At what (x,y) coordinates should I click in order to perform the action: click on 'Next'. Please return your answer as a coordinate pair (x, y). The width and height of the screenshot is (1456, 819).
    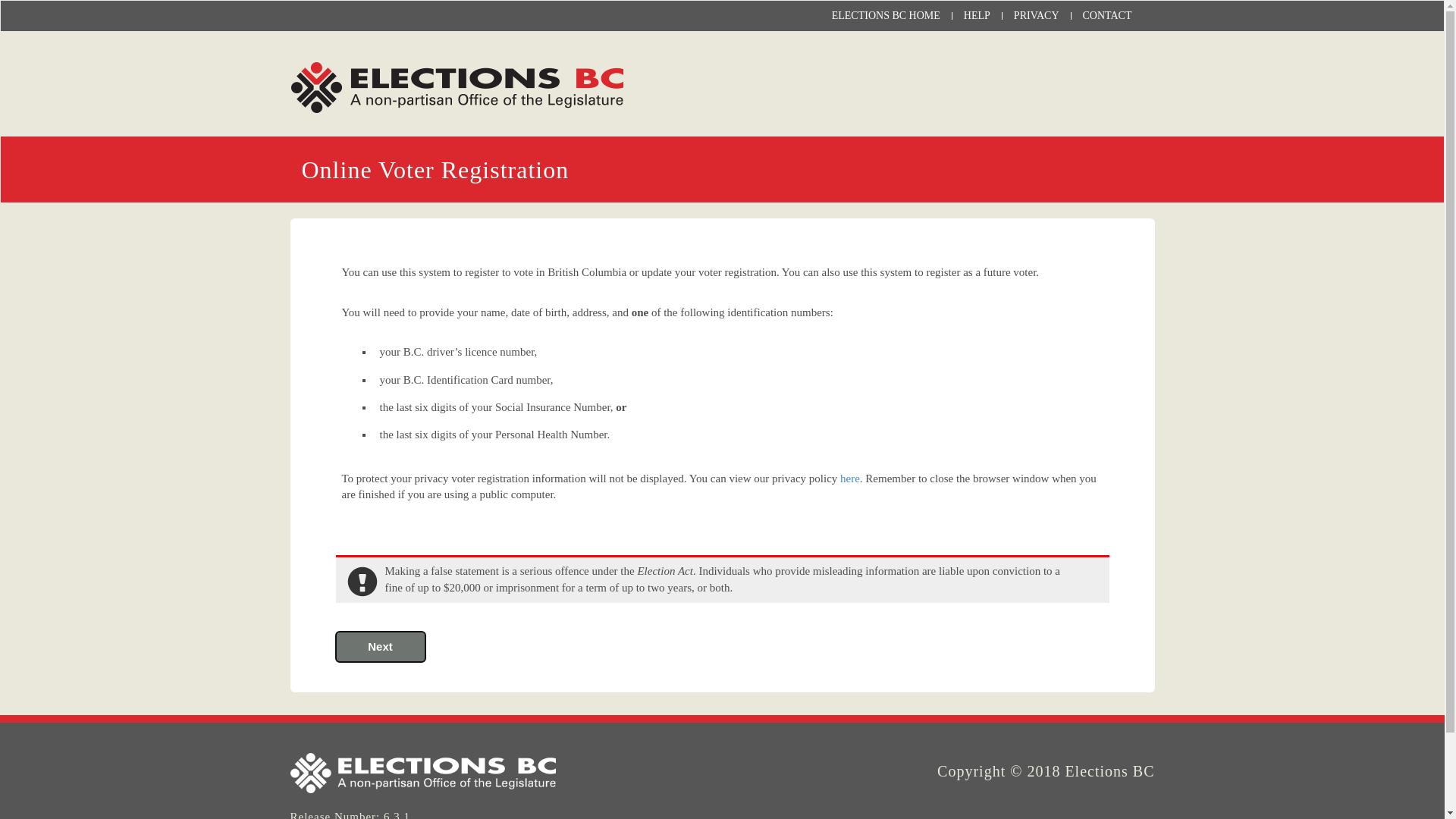
    Looking at the image, I should click on (334, 646).